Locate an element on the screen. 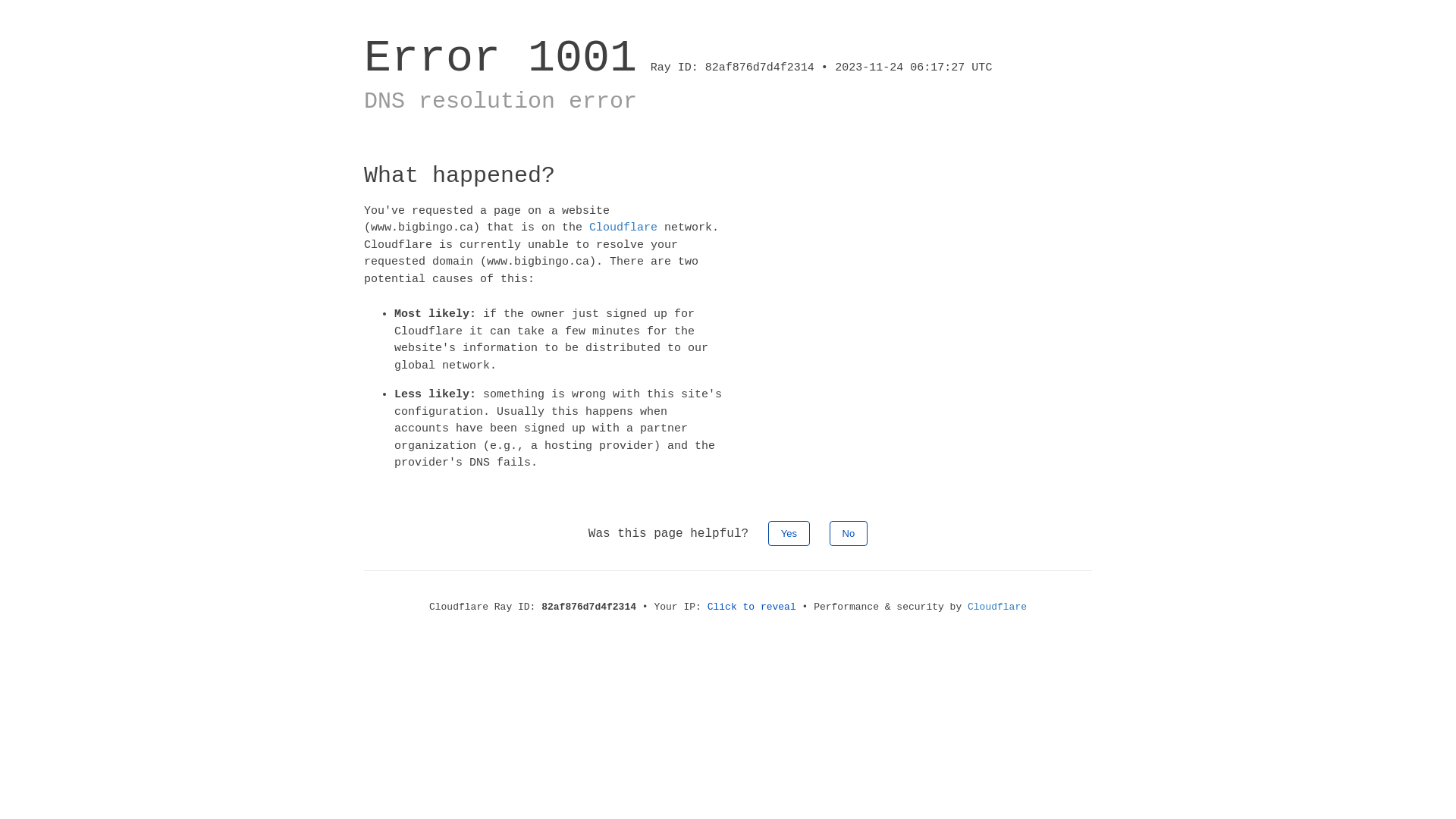 The image size is (1456, 819). 'No' is located at coordinates (848, 532).